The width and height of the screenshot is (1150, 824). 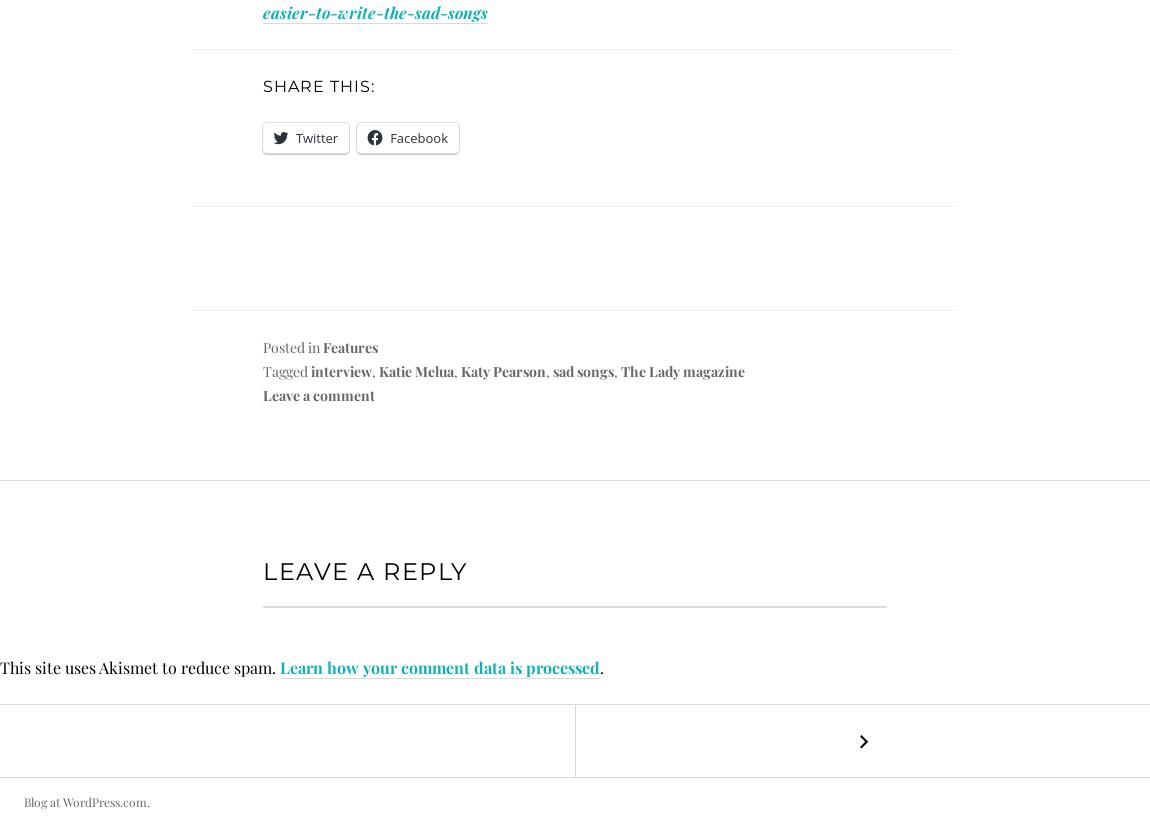 What do you see at coordinates (86, 801) in the screenshot?
I see `'Blog at WordPress.com.'` at bounding box center [86, 801].